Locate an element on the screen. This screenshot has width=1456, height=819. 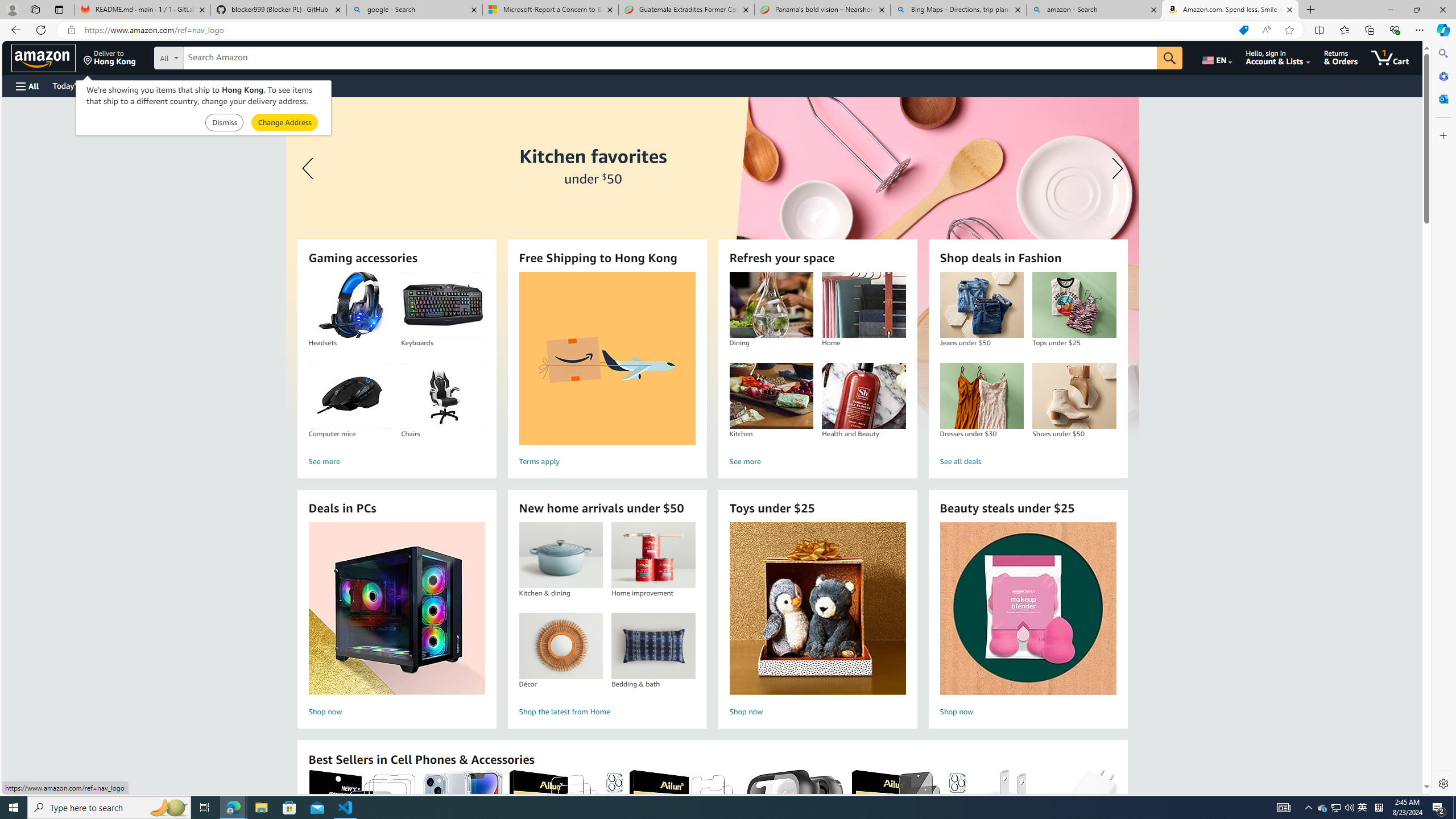
'Side bar' is located at coordinates (1443, 418).